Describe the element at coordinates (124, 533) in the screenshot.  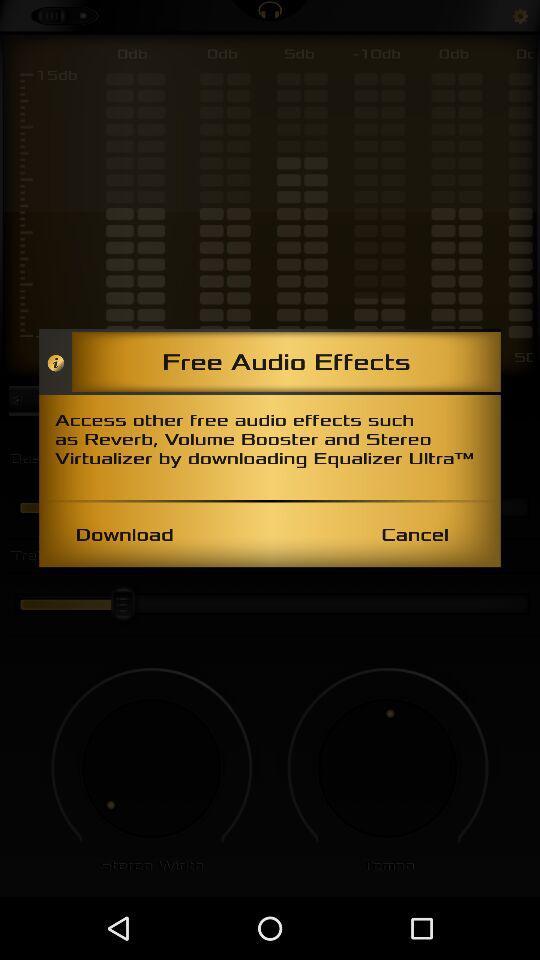
I see `item to the left of the cancel` at that location.